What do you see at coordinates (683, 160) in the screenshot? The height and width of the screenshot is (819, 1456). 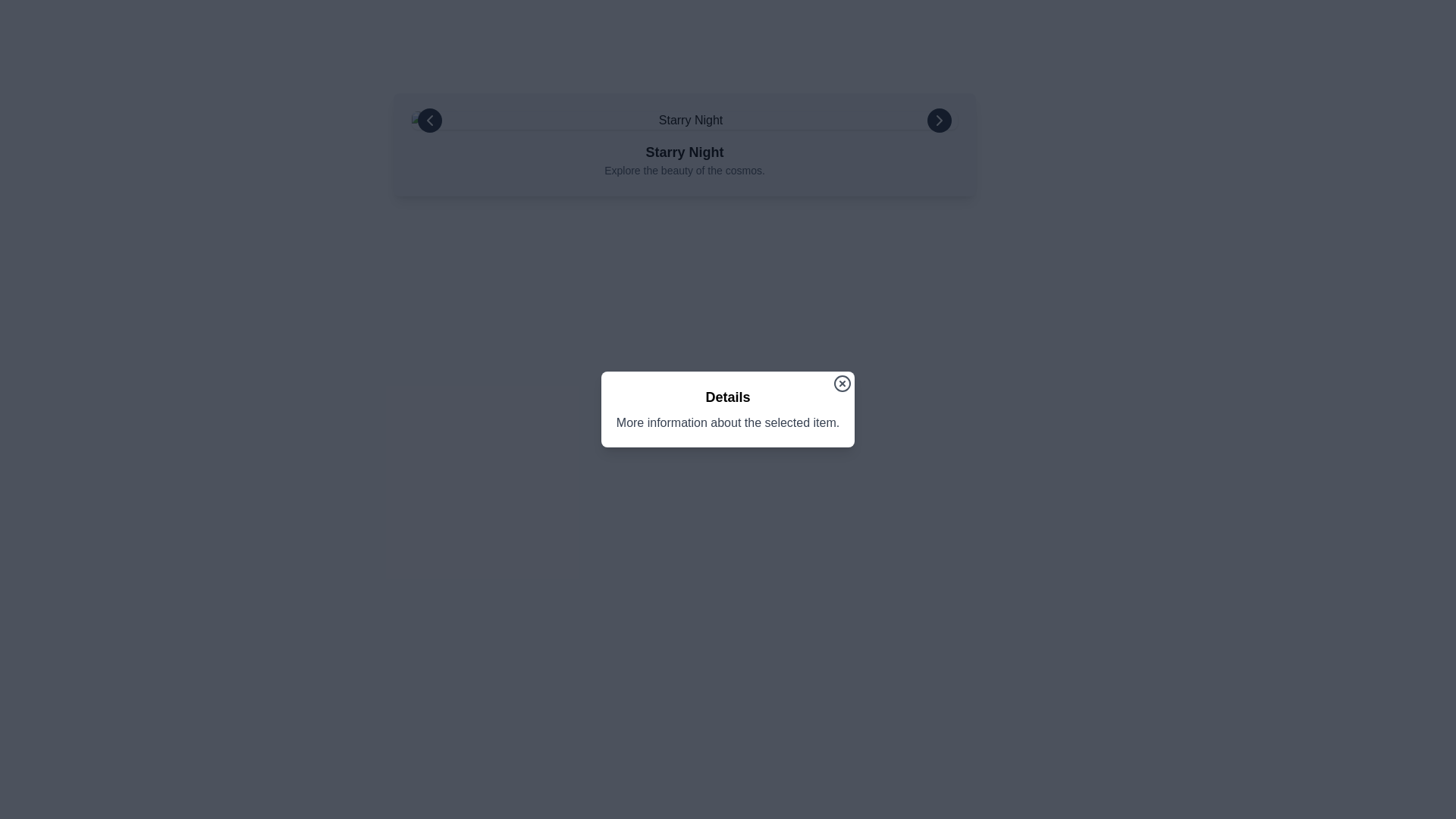 I see `the Text Block element that provides a title and subtitle about the content, located centrally below the 'Starry Night' title bar and between navigation arrow buttons` at bounding box center [683, 160].